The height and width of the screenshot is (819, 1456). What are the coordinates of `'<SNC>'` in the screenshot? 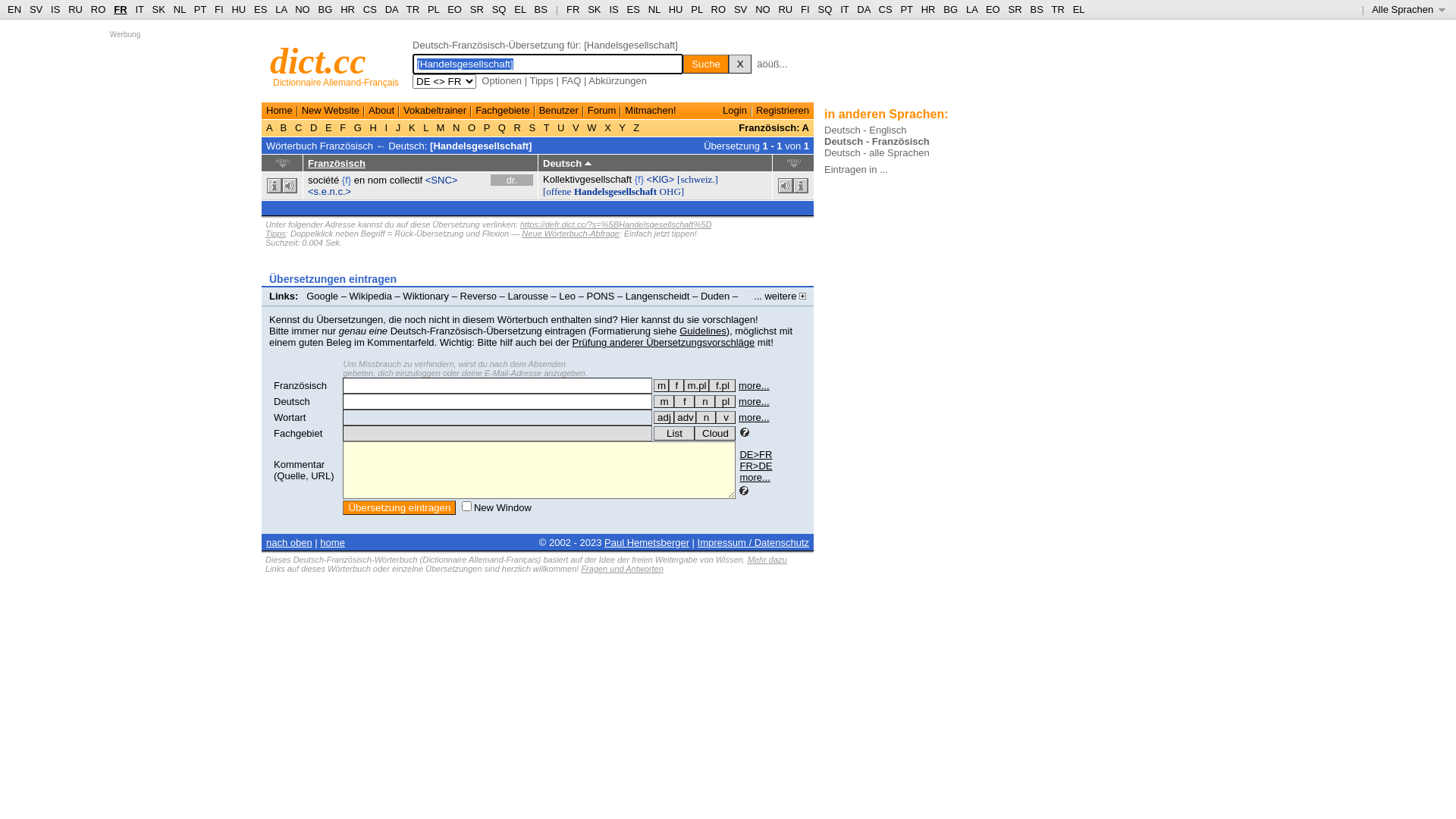 It's located at (441, 179).